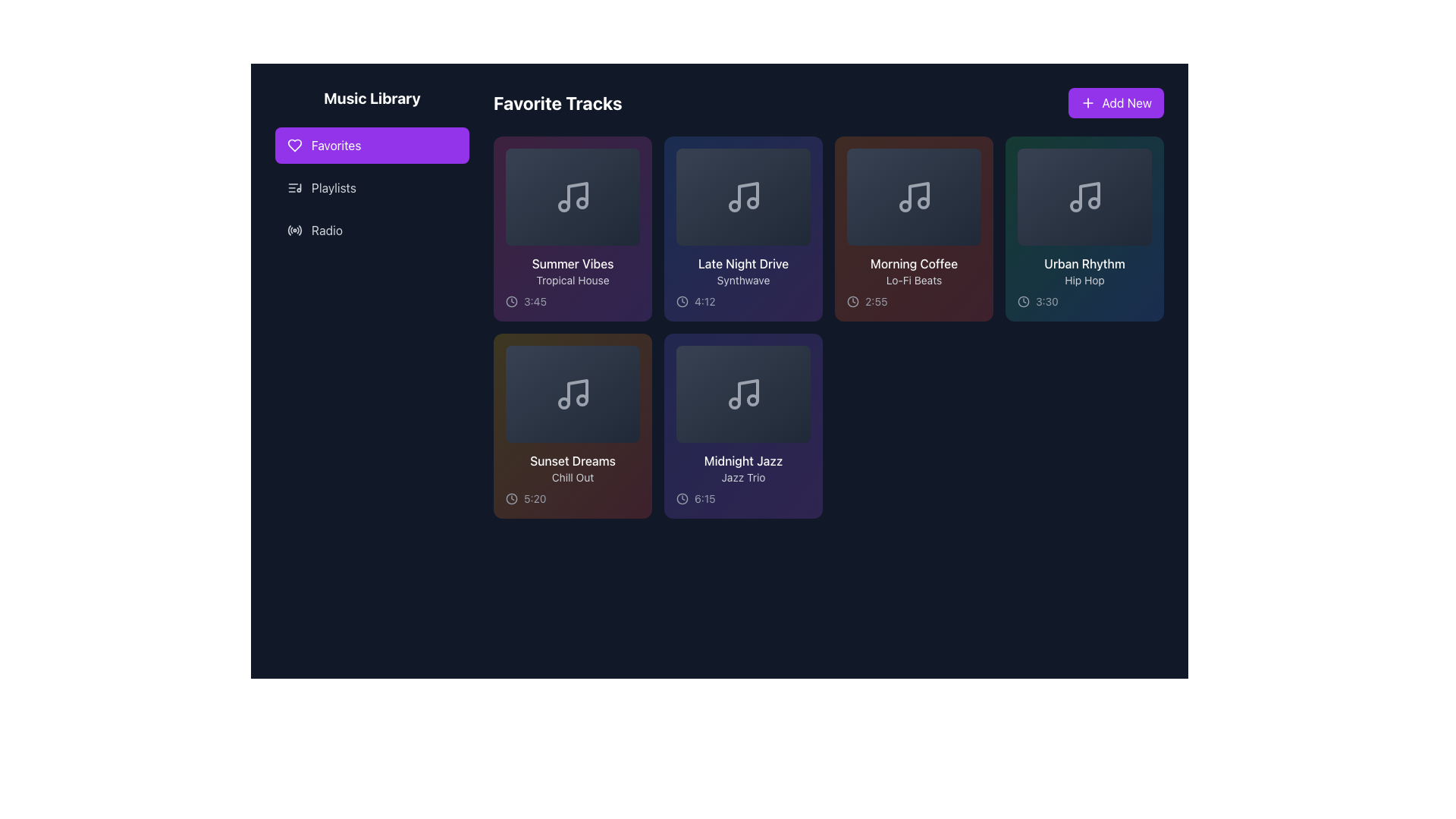 The width and height of the screenshot is (1456, 819). What do you see at coordinates (1143, 158) in the screenshot?
I see `the small play button with a 'play' symbol inside, located at the upper-right corner of the 'Urban Rhythm' music card in the 'Favorite Tracks' section` at bounding box center [1143, 158].